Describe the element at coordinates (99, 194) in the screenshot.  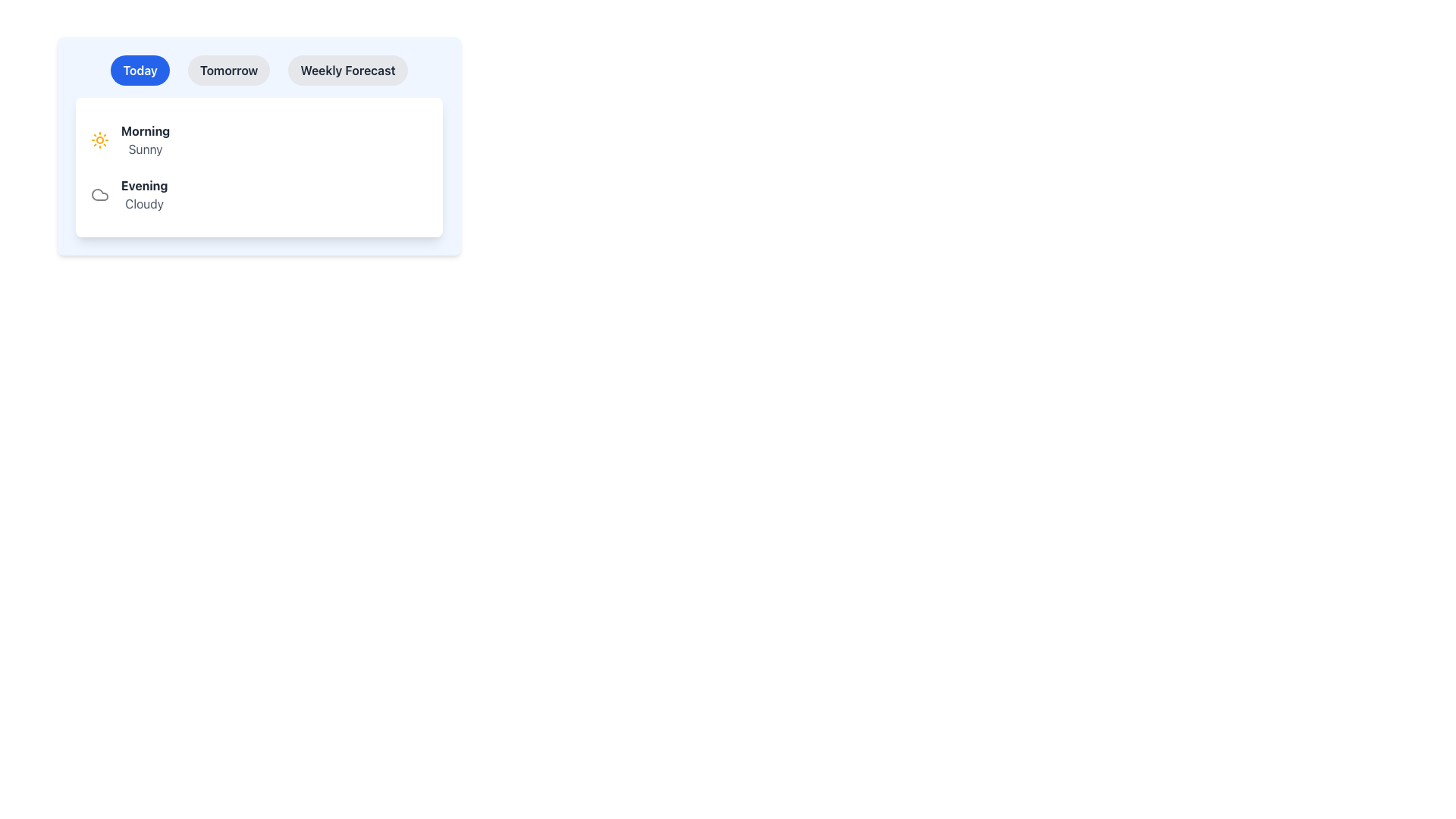
I see `the lower section of the cloud icon that visually represents cloudy weather conditions` at that location.